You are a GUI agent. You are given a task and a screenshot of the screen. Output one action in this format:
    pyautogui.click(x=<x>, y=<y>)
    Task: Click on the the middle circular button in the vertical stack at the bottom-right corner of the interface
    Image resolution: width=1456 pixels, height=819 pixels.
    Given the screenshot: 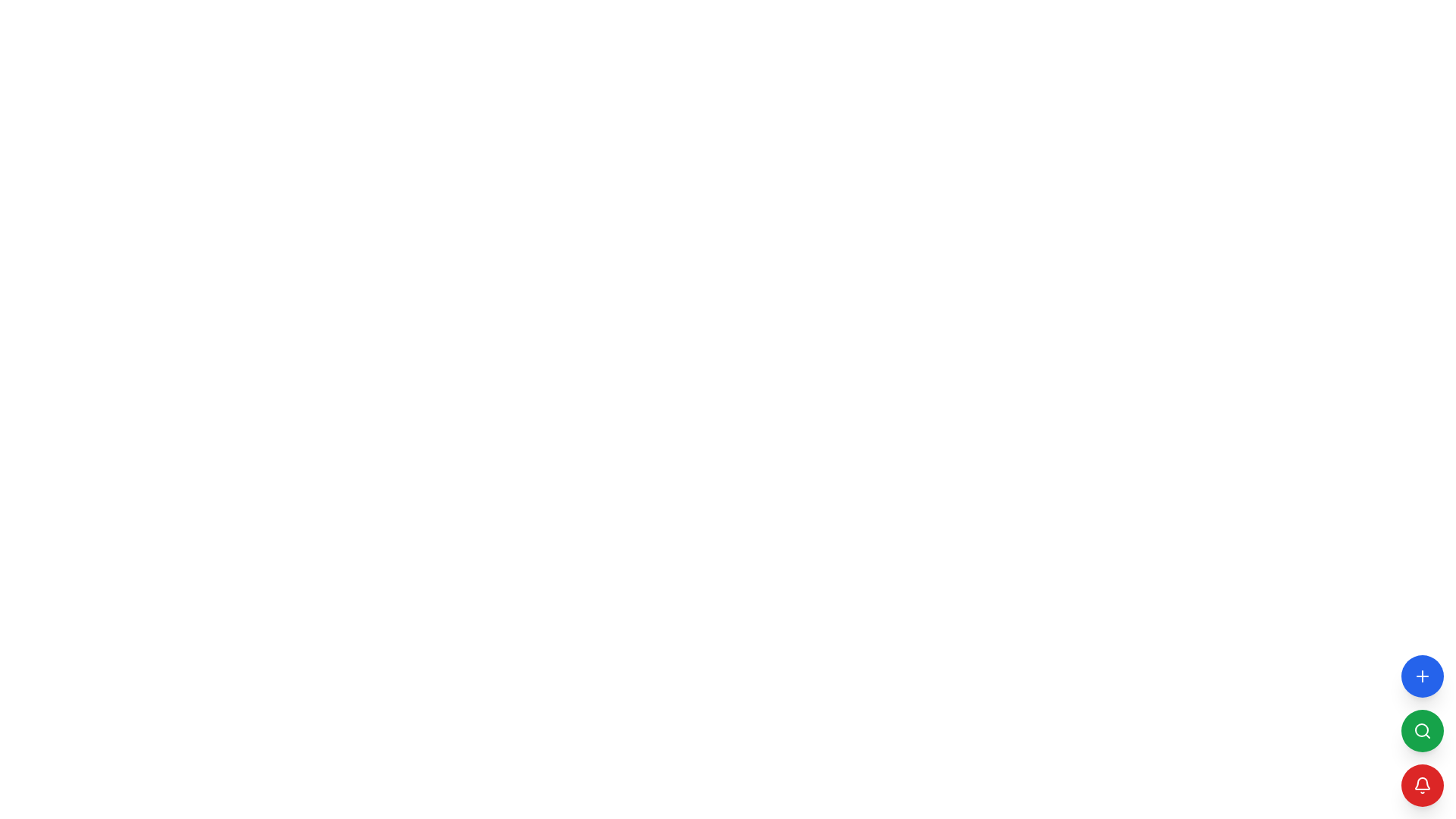 What is the action you would take?
    pyautogui.click(x=1422, y=730)
    